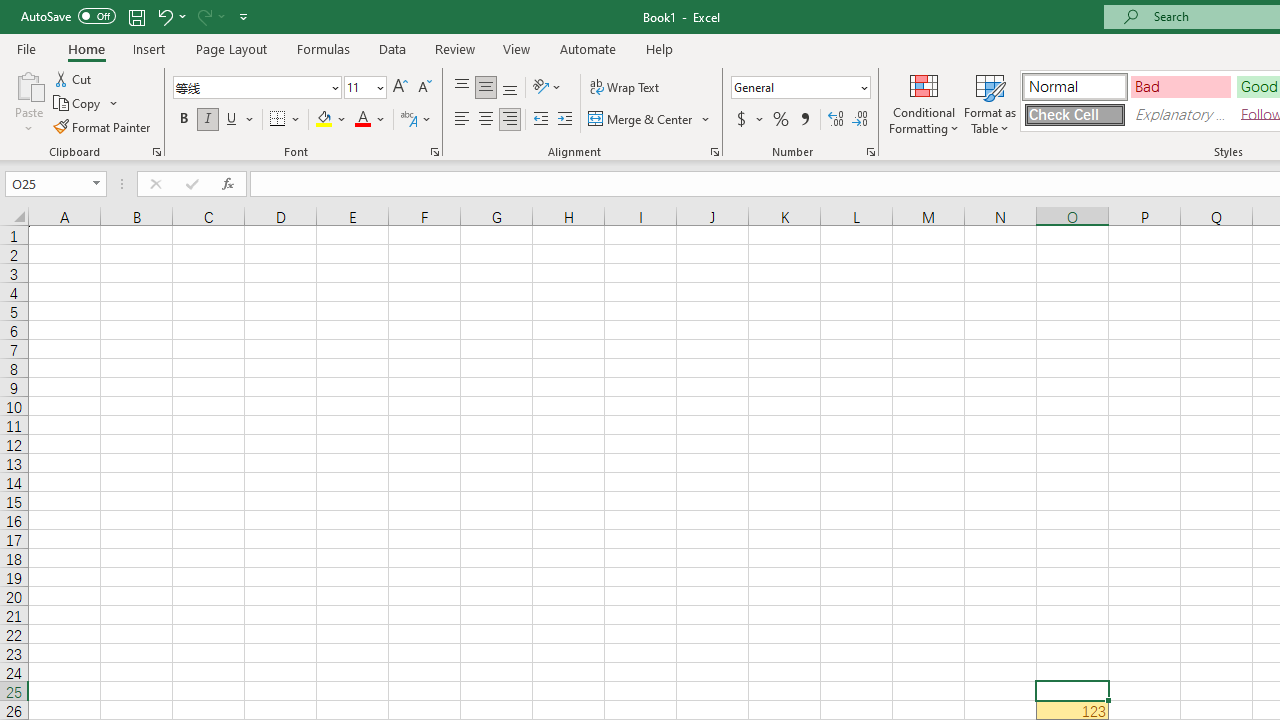  I want to click on 'Decrease Decimal', so click(859, 119).